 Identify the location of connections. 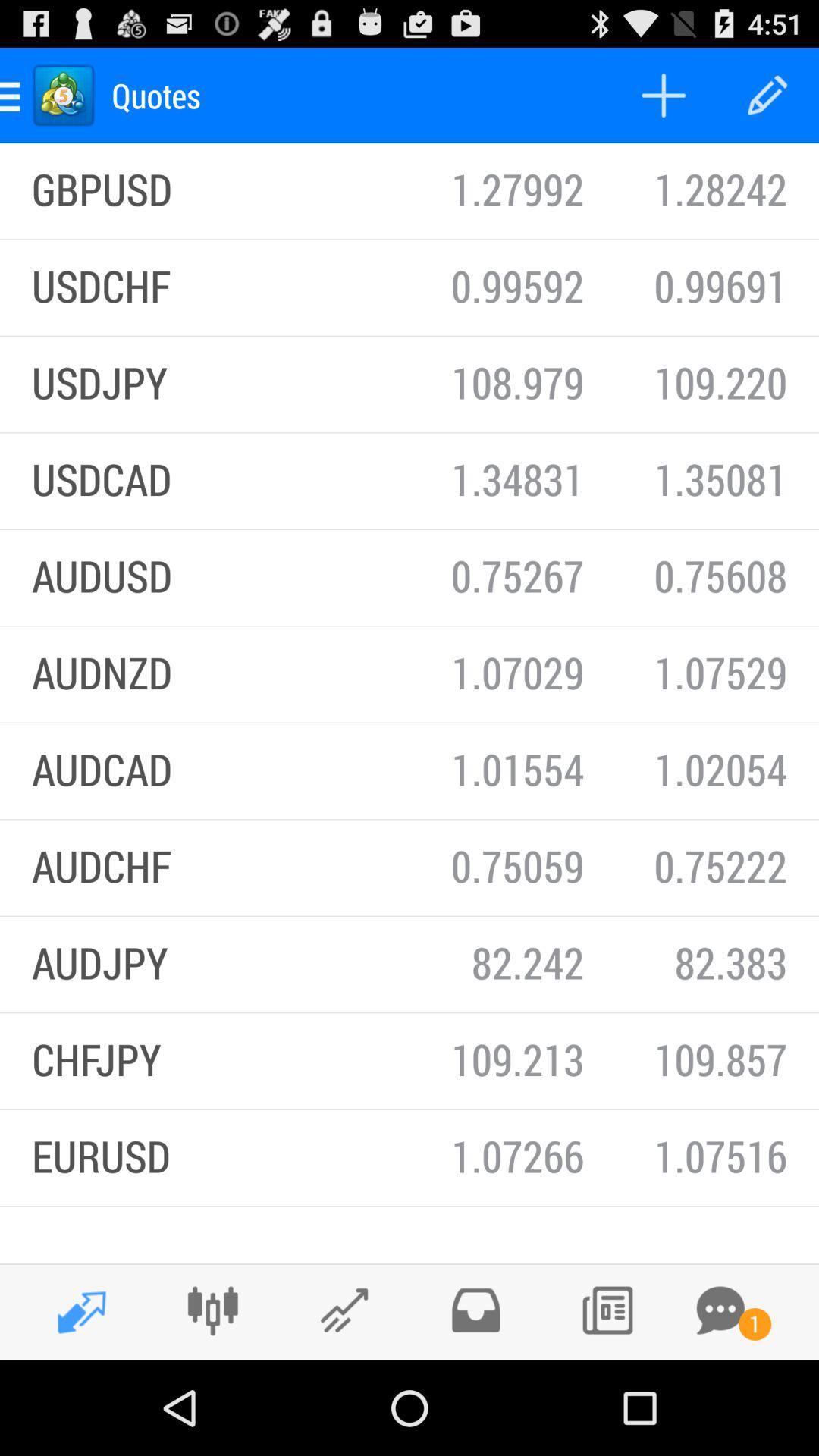
(212, 1310).